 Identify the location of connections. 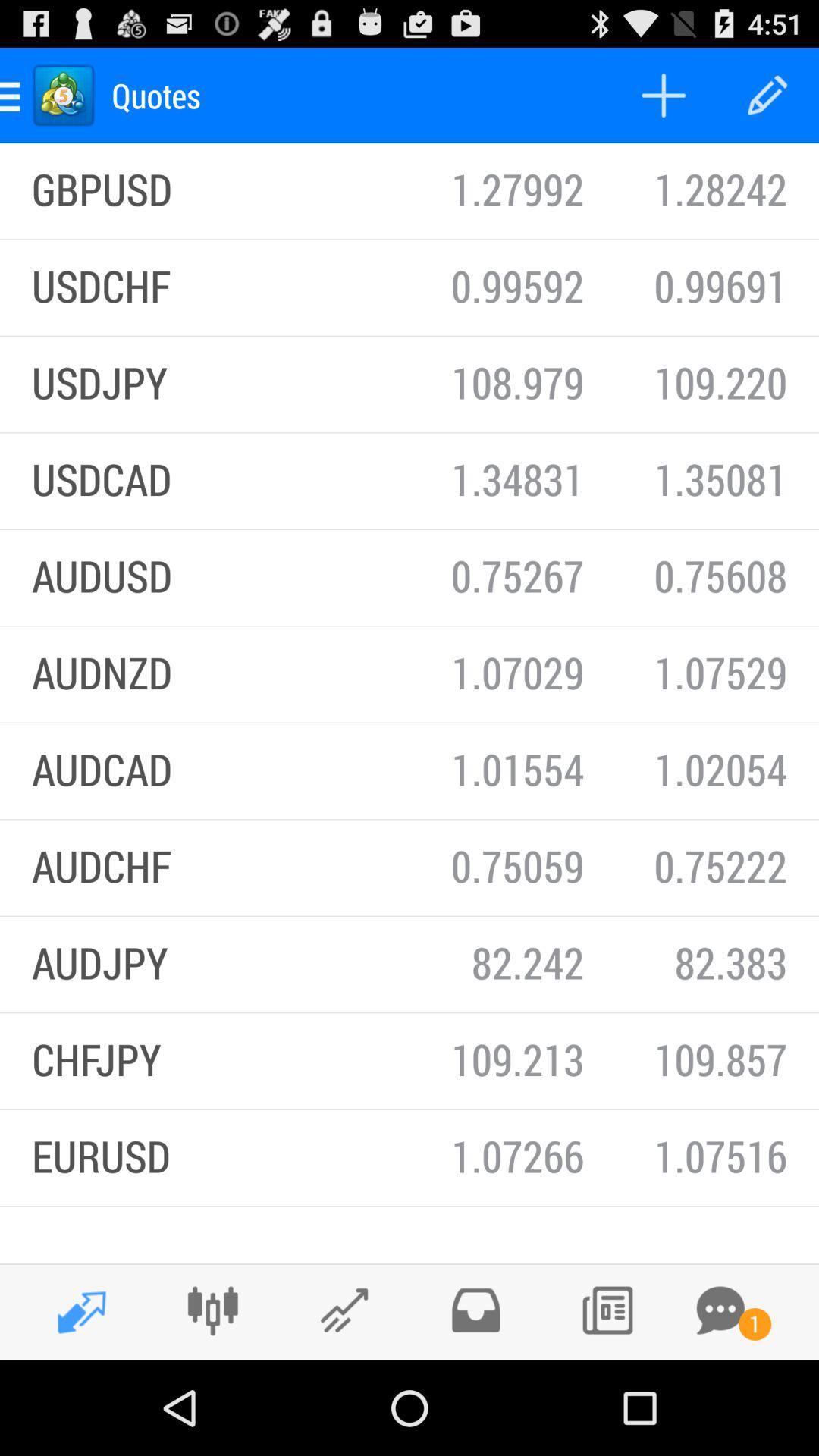
(212, 1310).